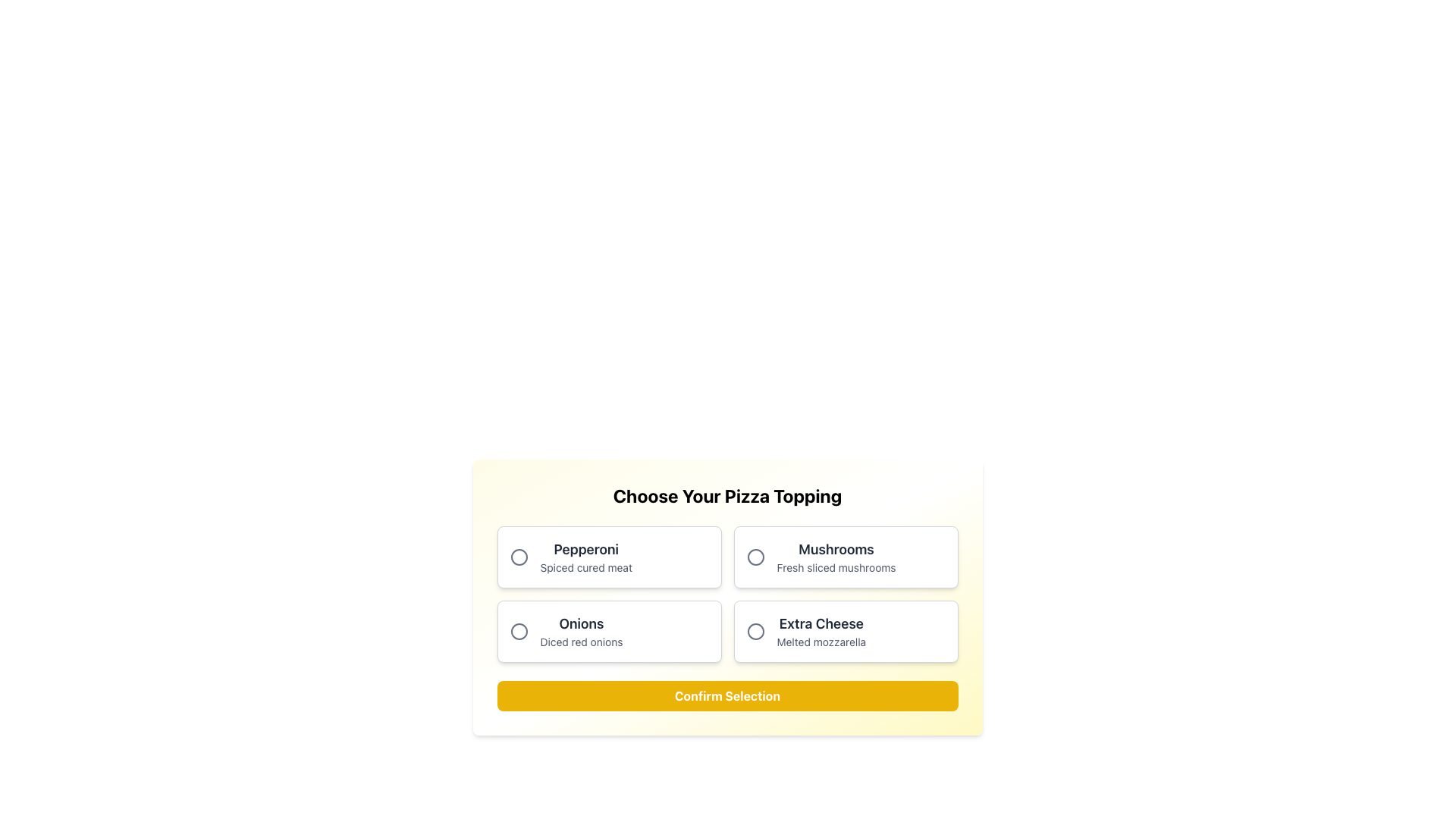 The height and width of the screenshot is (819, 1456). I want to click on the 'Pepperoni' text label that describes the topping option in the top-left corner of the selectable grid layout, so click(585, 557).